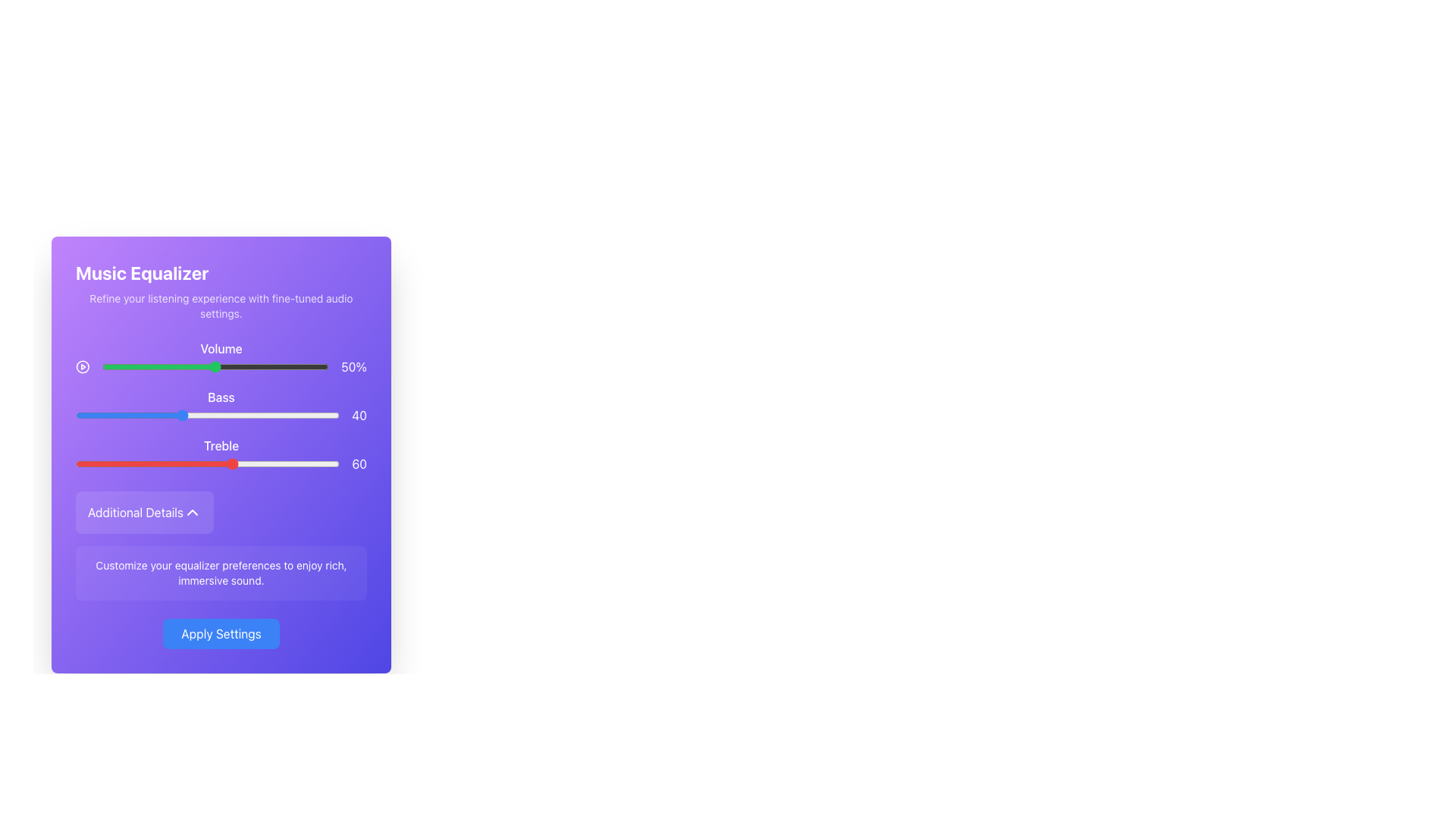 This screenshot has width=1456, height=819. Describe the element at coordinates (162, 415) in the screenshot. I see `the bass level` at that location.